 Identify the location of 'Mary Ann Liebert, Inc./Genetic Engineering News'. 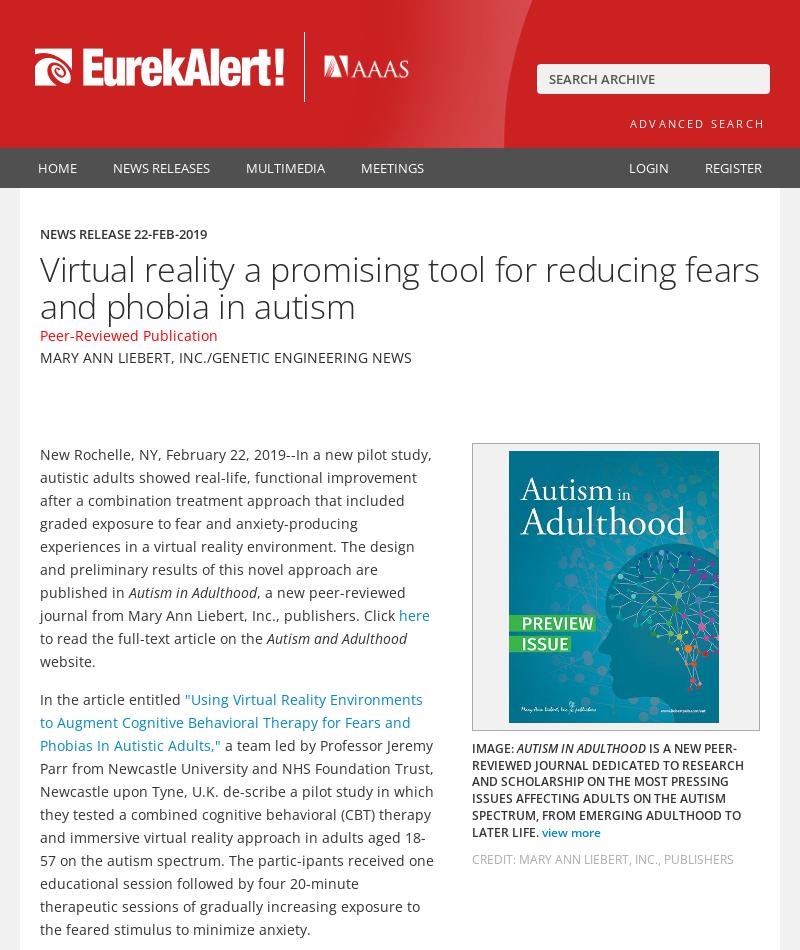
(225, 355).